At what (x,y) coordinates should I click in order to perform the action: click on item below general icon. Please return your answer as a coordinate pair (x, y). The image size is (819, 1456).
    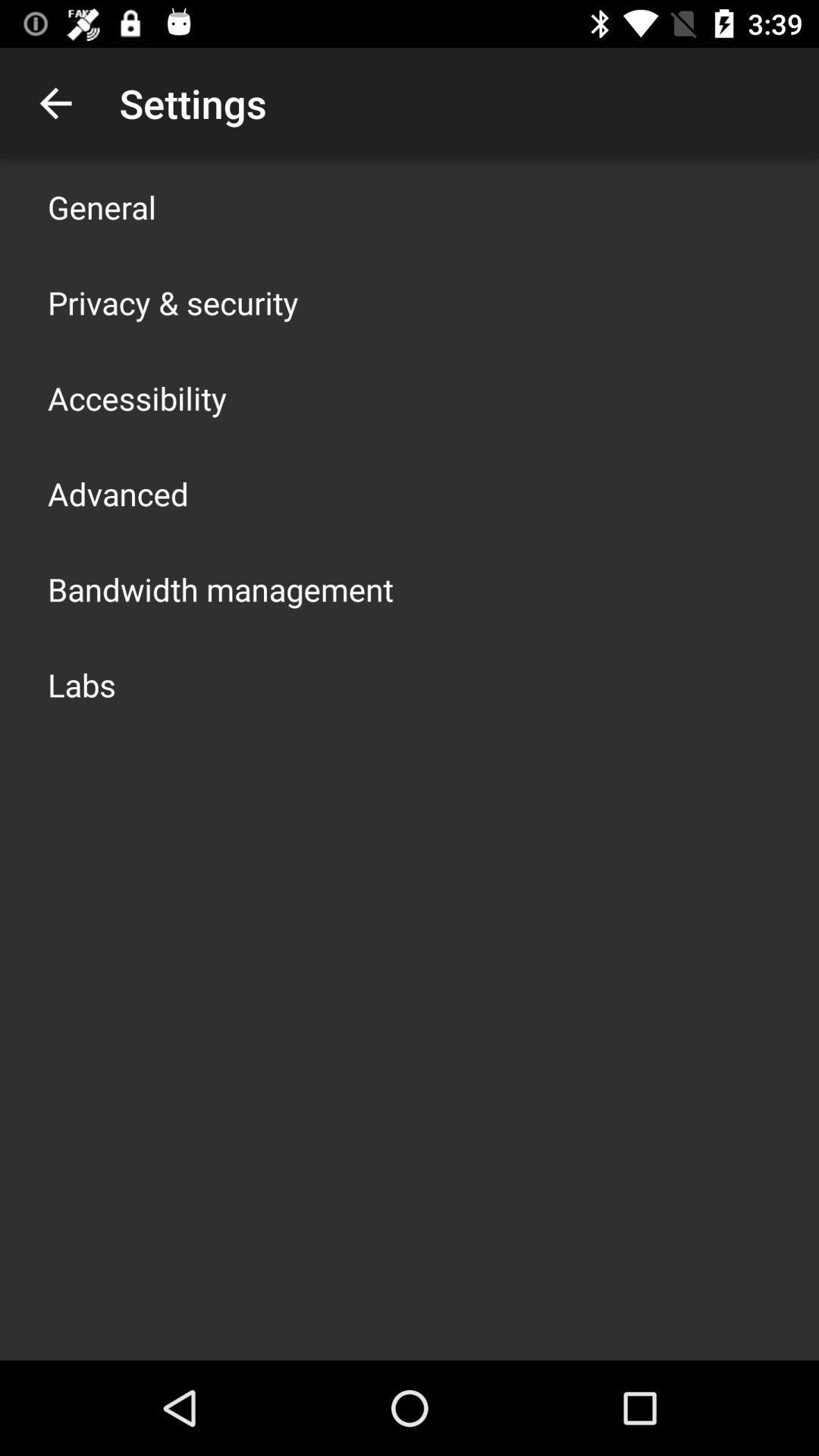
    Looking at the image, I should click on (172, 302).